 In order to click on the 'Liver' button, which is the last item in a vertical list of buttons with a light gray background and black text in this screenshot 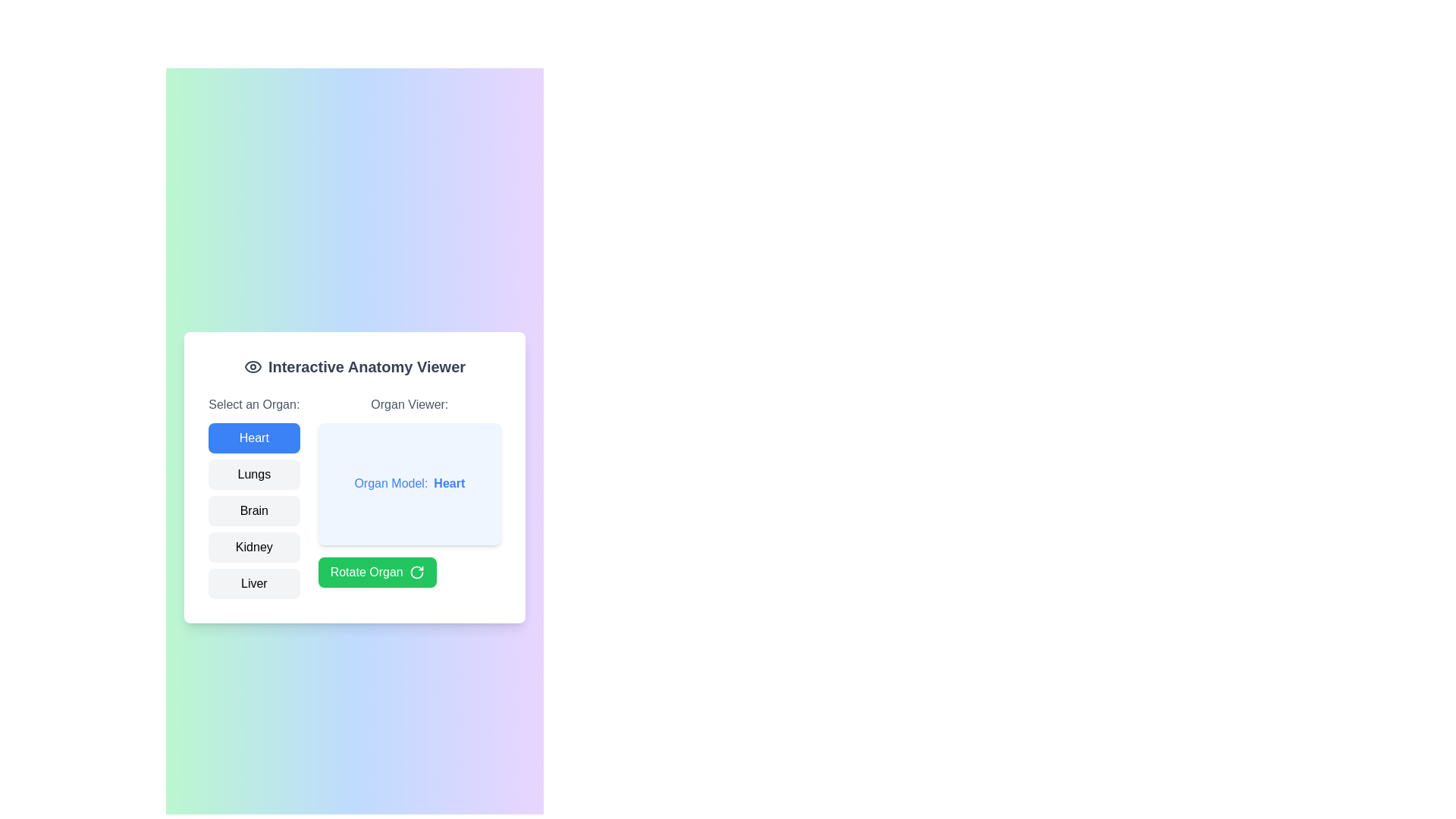, I will do `click(254, 583)`.